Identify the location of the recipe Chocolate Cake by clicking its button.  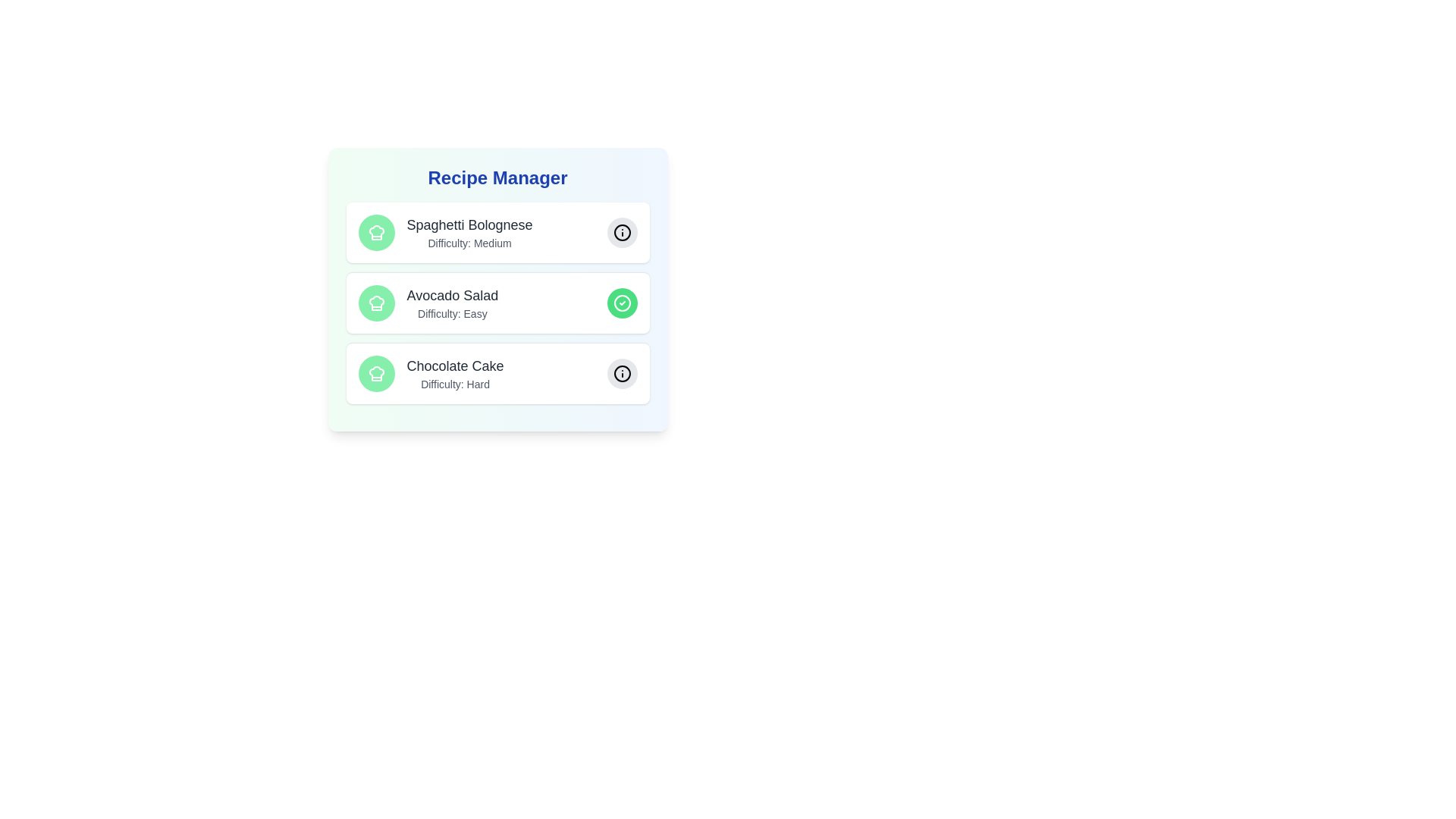
(622, 374).